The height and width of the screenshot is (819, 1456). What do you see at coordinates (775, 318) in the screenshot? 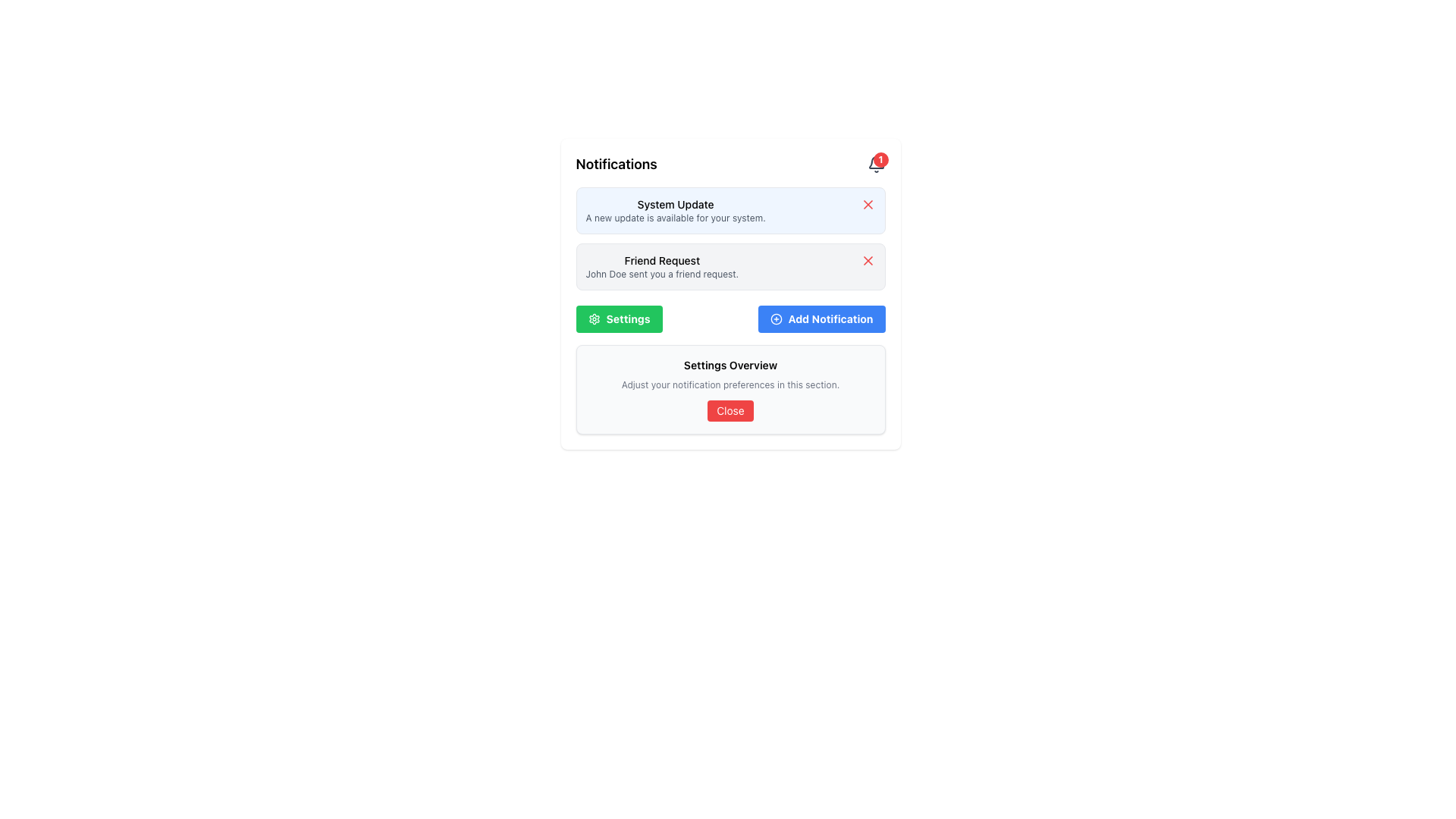
I see `the 'Add Notification' SVG Circle icon located on the right side of the notification interface` at bounding box center [775, 318].